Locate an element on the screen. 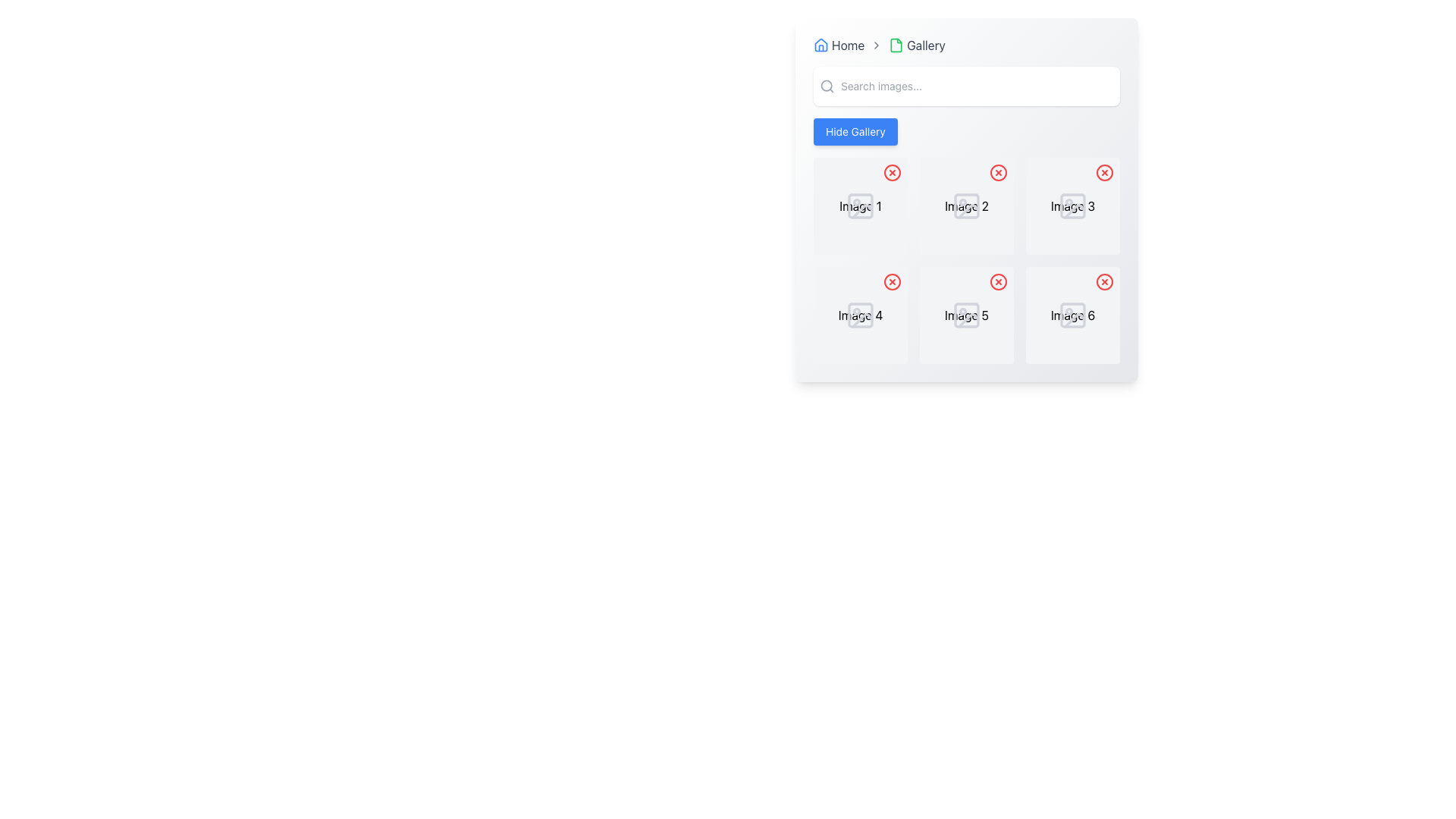  'Gallery' text label element, which indicates the current section in the application's navigation structure, for accessibility information is located at coordinates (925, 45).